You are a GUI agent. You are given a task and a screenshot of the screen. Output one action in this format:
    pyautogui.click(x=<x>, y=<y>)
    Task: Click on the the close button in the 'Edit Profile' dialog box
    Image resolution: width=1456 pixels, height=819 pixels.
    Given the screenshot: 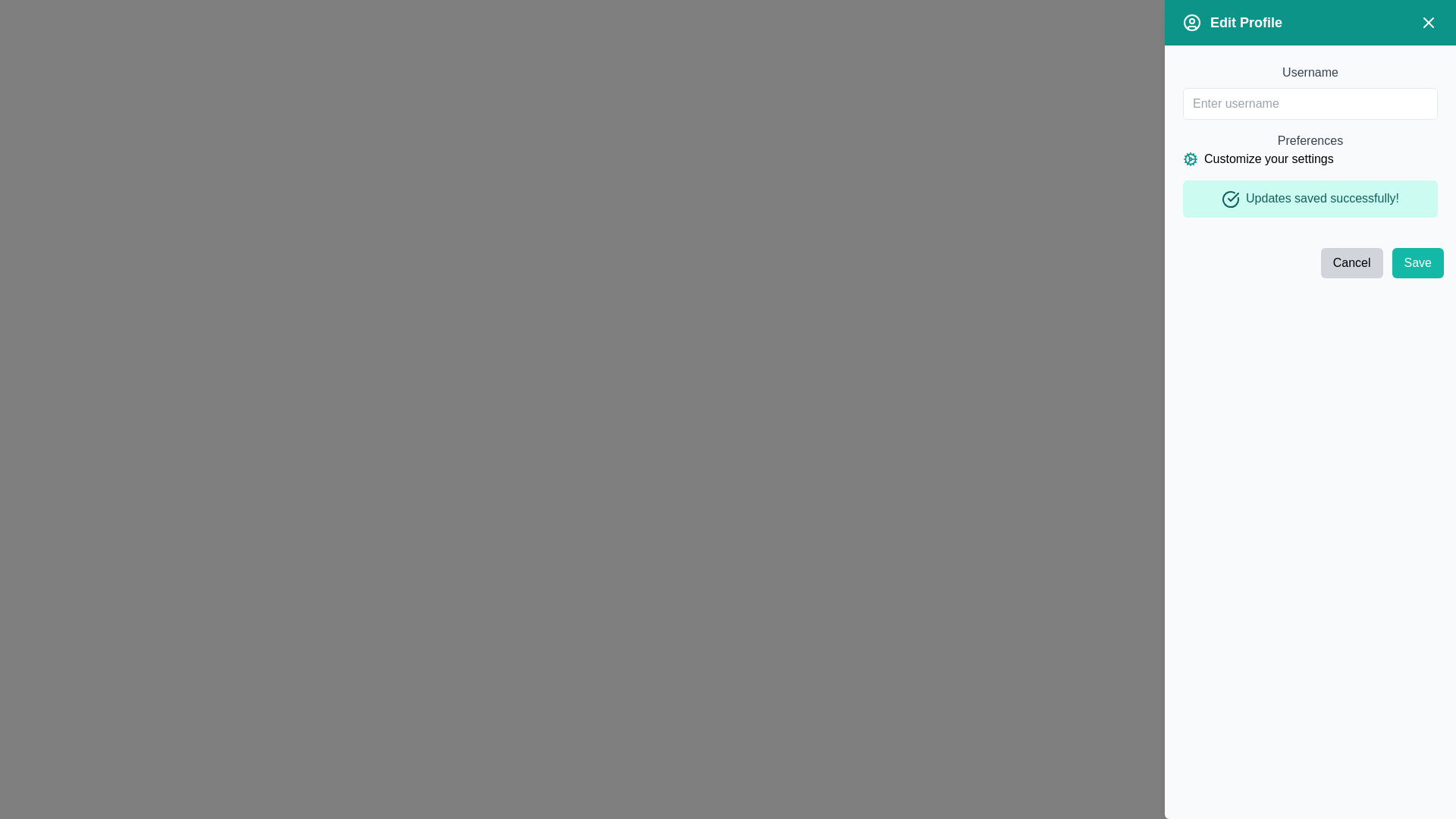 What is the action you would take?
    pyautogui.click(x=1427, y=23)
    